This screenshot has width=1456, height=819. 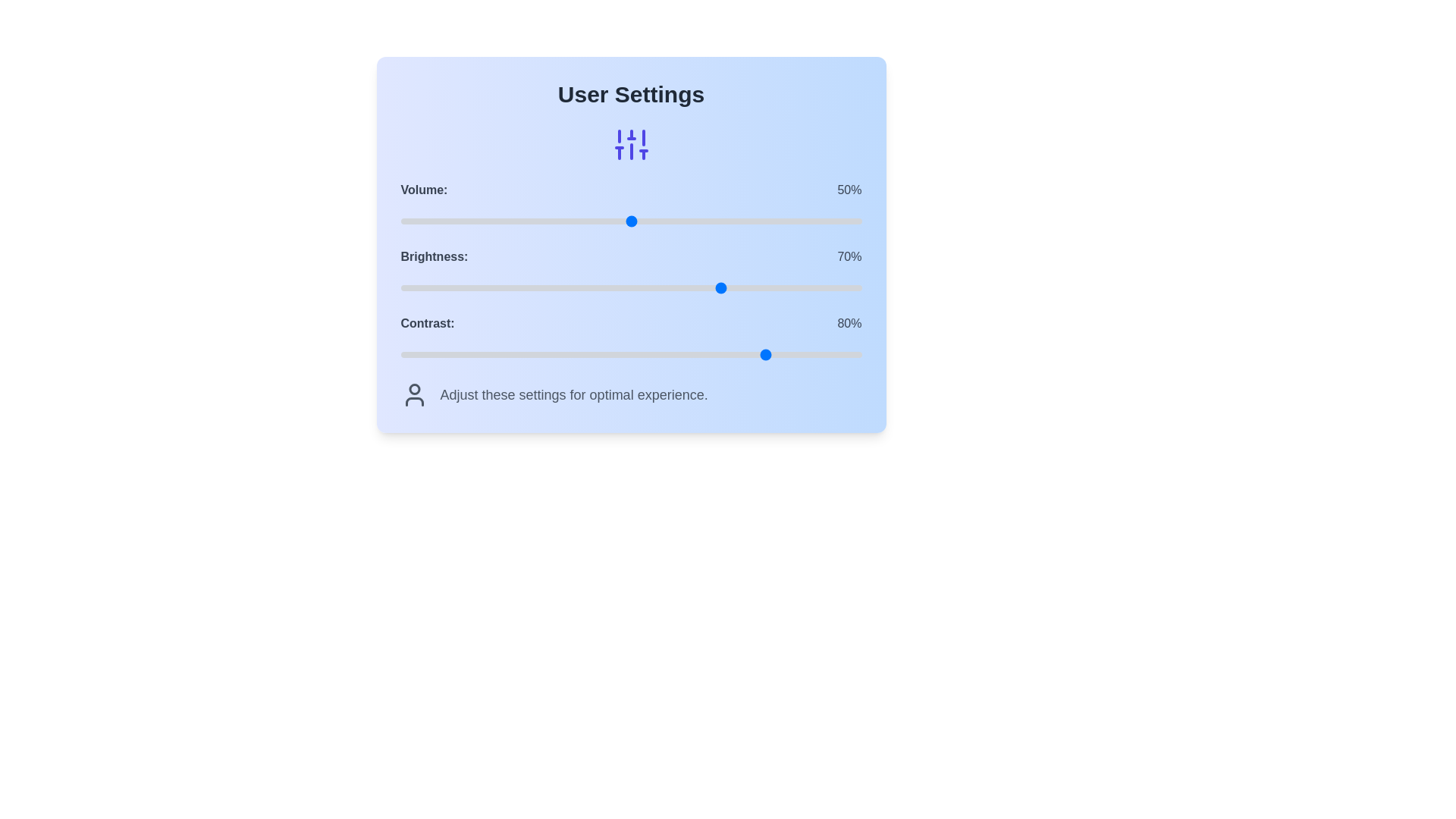 I want to click on brightness, so click(x=502, y=288).